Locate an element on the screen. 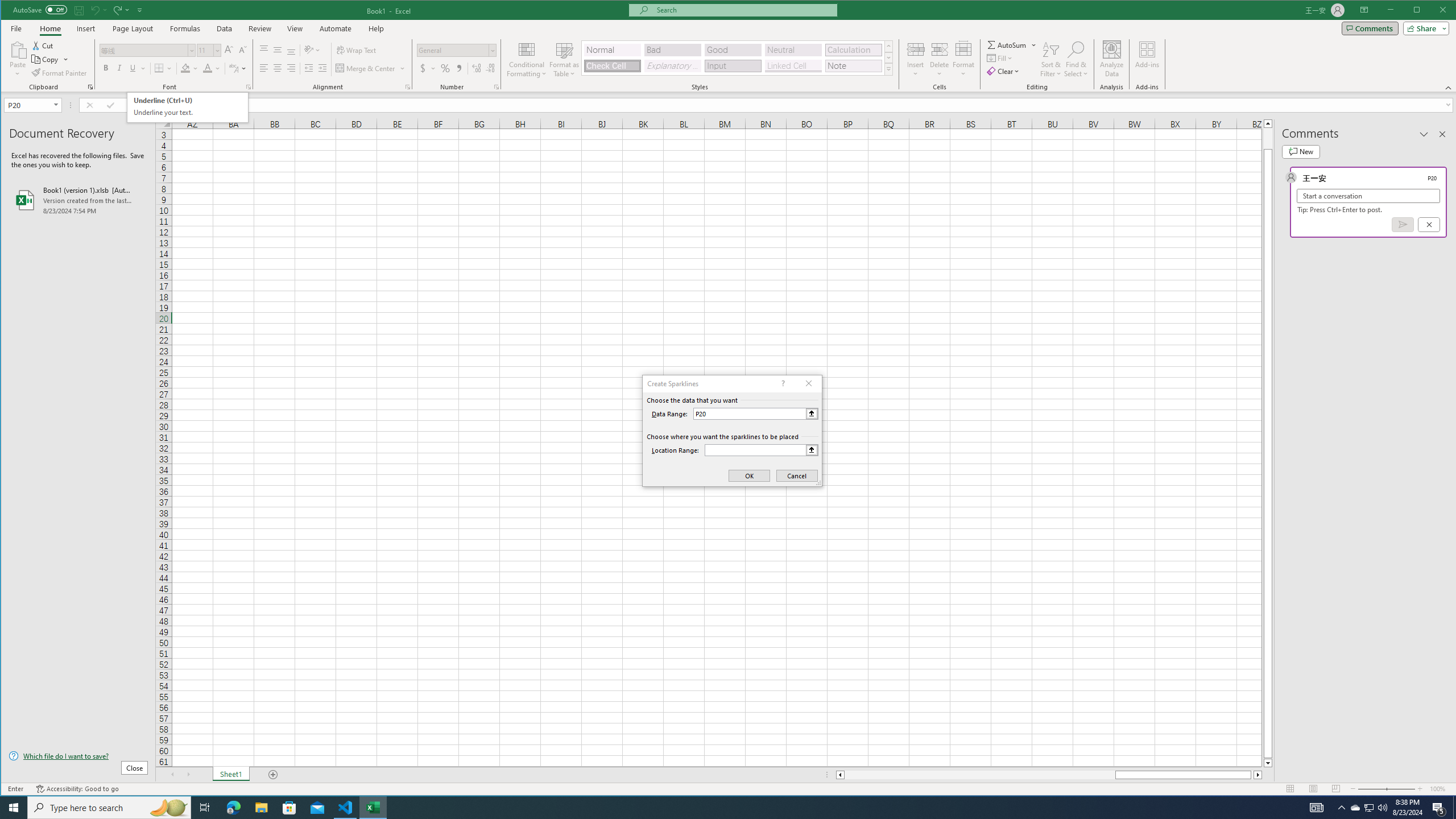 This screenshot has width=1456, height=819. 'Format as Table' is located at coordinates (564, 59).